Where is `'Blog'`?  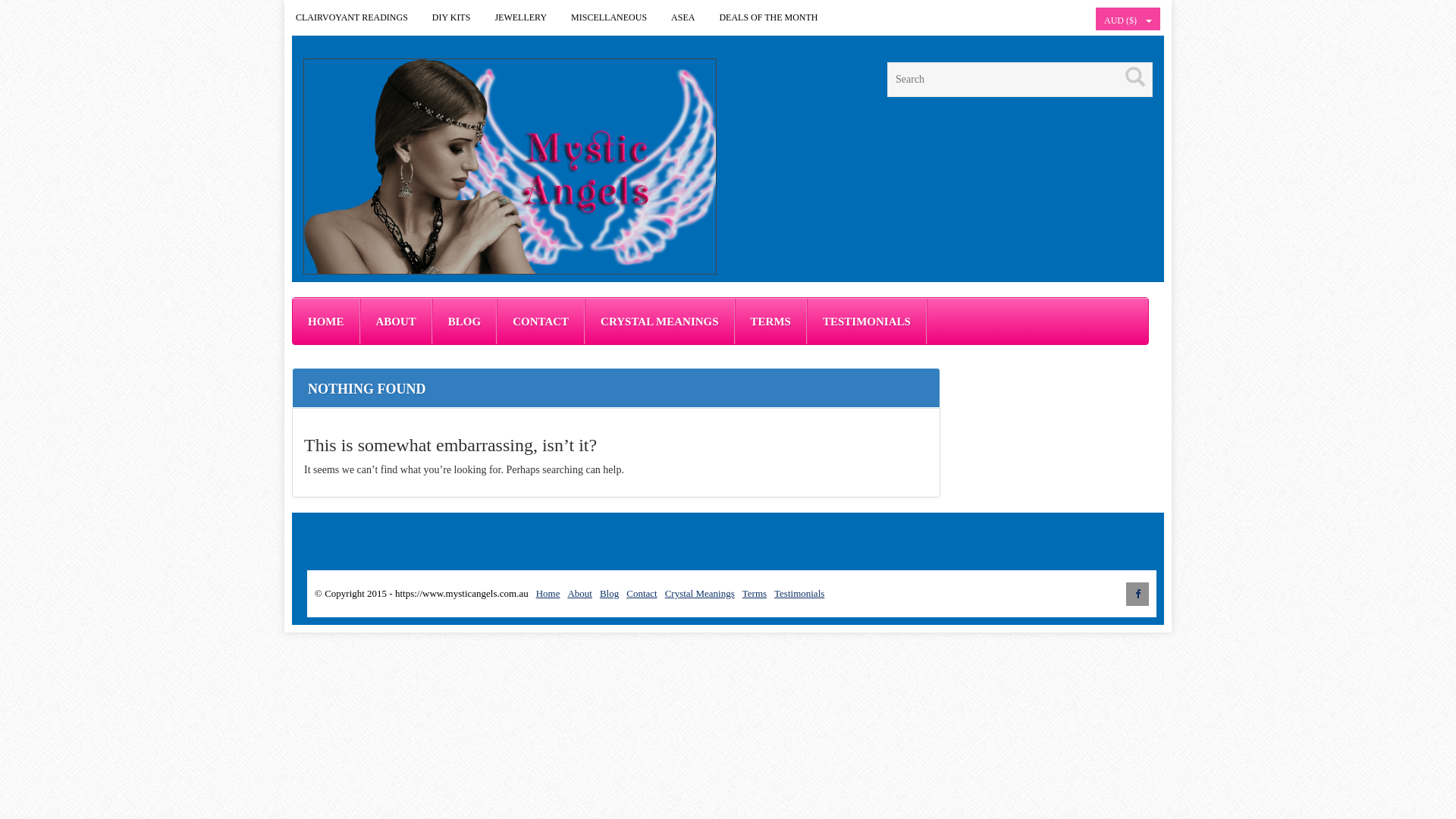
'Blog' is located at coordinates (609, 592).